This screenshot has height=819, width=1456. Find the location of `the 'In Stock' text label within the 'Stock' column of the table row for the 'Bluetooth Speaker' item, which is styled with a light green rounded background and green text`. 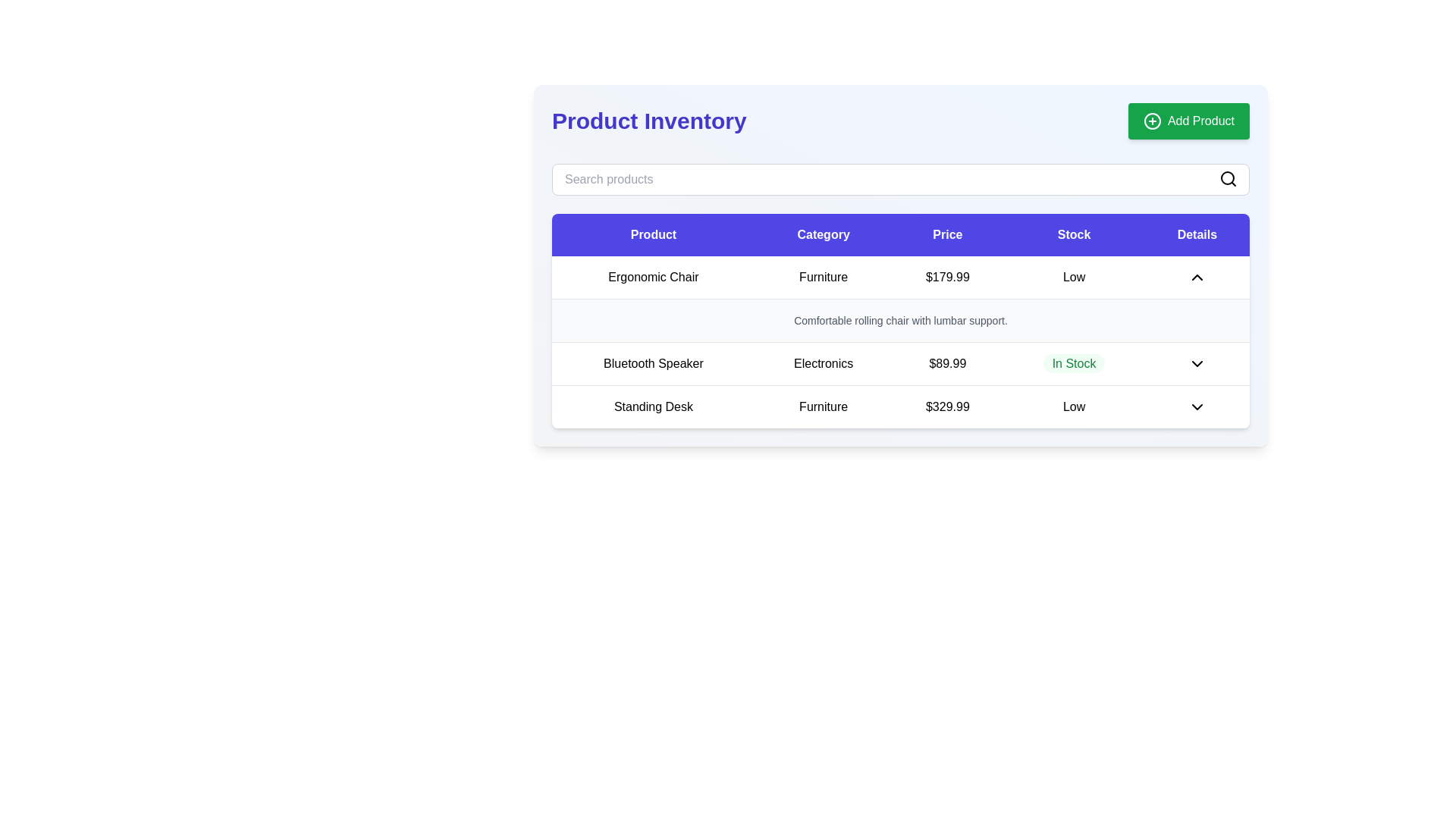

the 'In Stock' text label within the 'Stock' column of the table row for the 'Bluetooth Speaker' item, which is styled with a light green rounded background and green text is located at coordinates (1073, 363).